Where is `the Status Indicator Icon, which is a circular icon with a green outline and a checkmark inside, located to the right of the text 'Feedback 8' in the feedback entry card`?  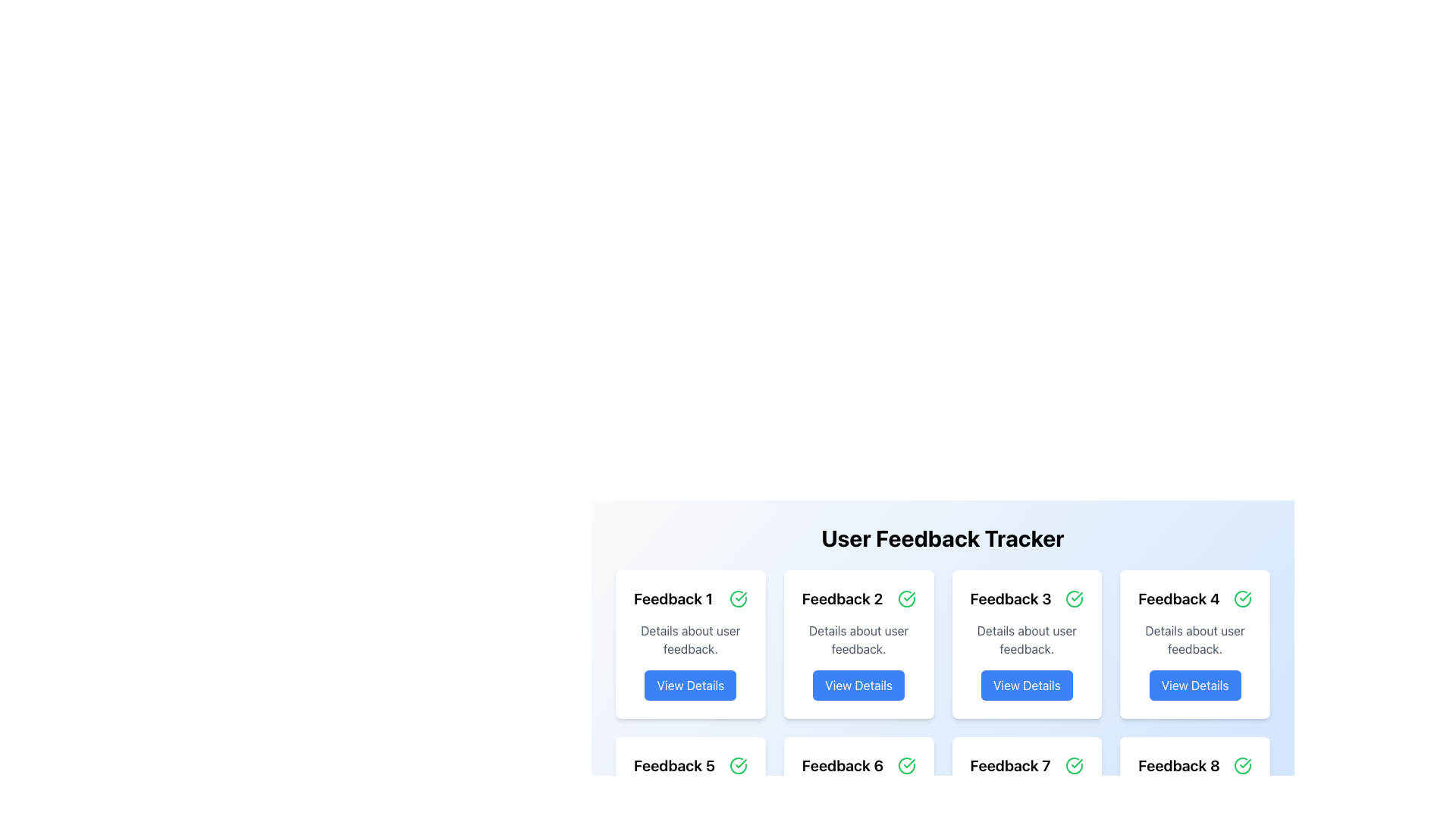
the Status Indicator Icon, which is a circular icon with a green outline and a checkmark inside, located to the right of the text 'Feedback 8' in the feedback entry card is located at coordinates (1242, 766).